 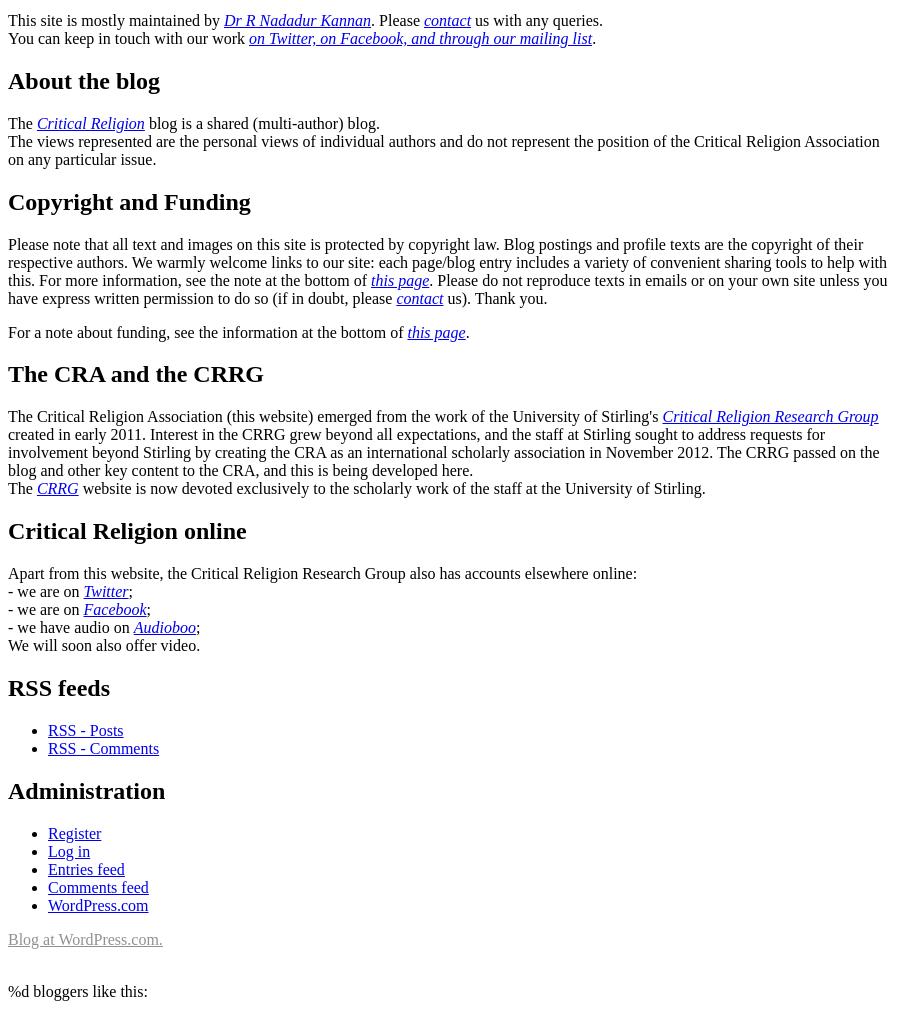 What do you see at coordinates (420, 36) in the screenshot?
I see `'on Twitter, on Facebook, and through our mailing list'` at bounding box center [420, 36].